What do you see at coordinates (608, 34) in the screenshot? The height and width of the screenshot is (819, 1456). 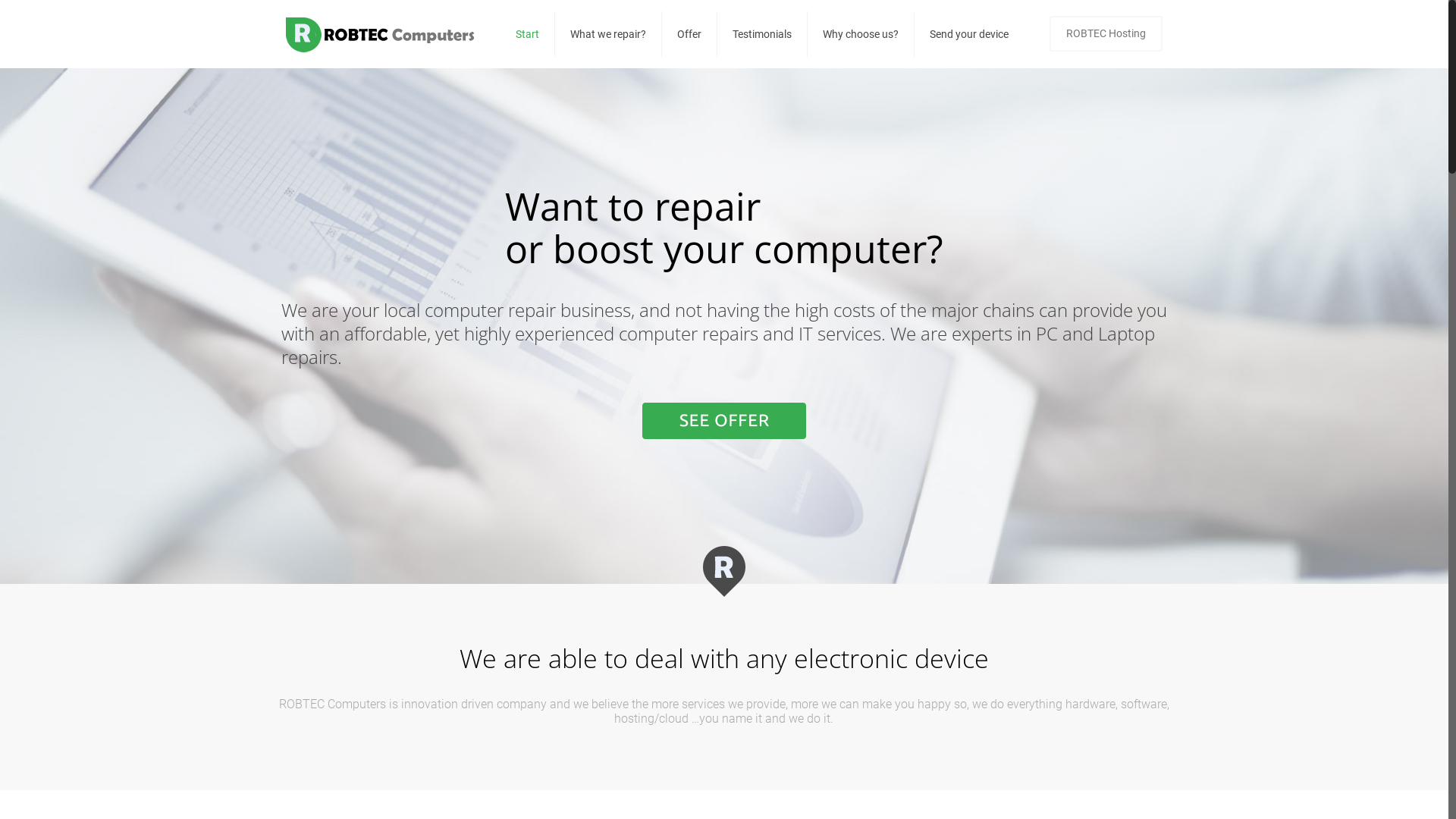 I see `'What we repair?'` at bounding box center [608, 34].